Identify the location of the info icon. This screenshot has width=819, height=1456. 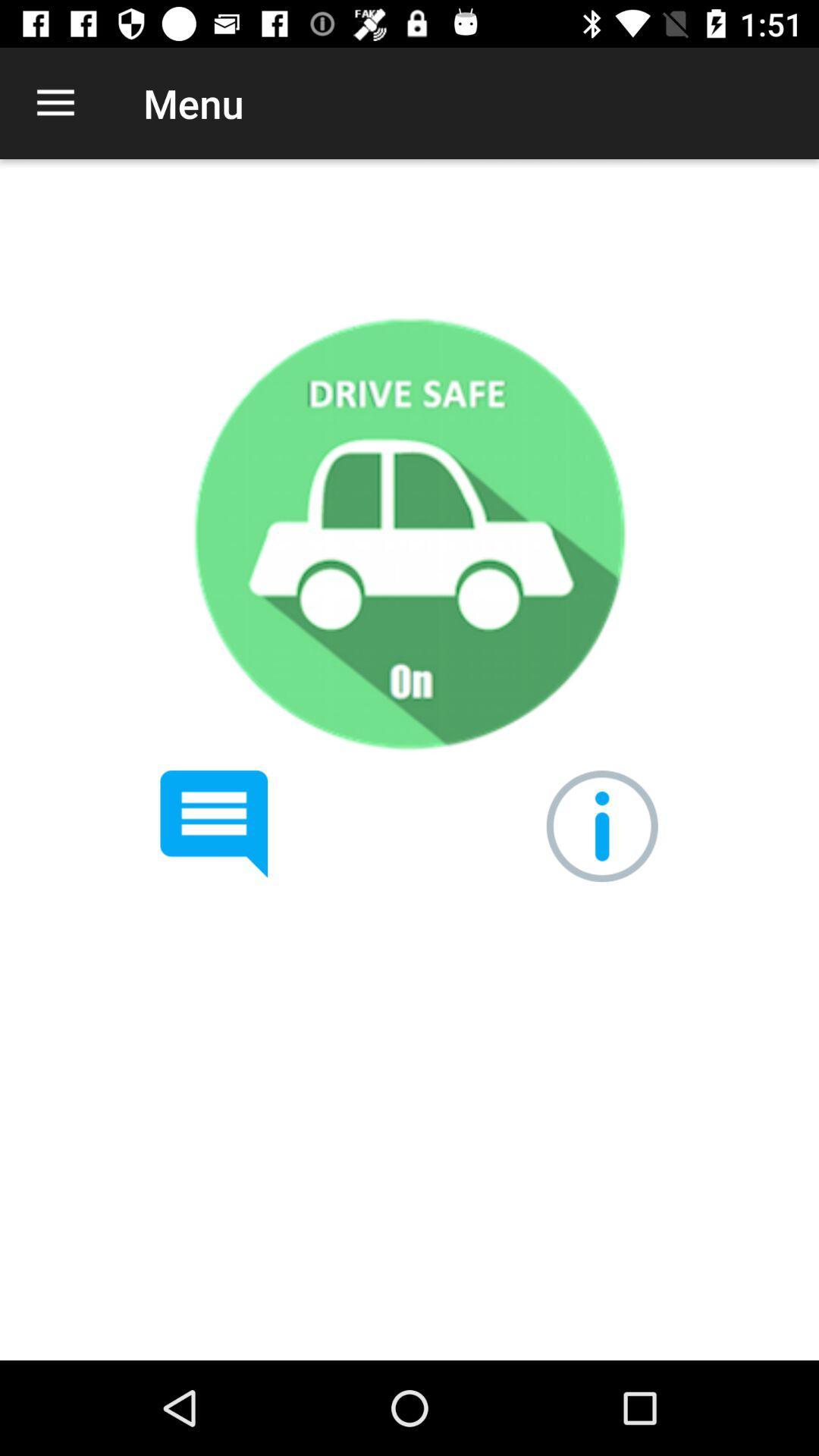
(601, 825).